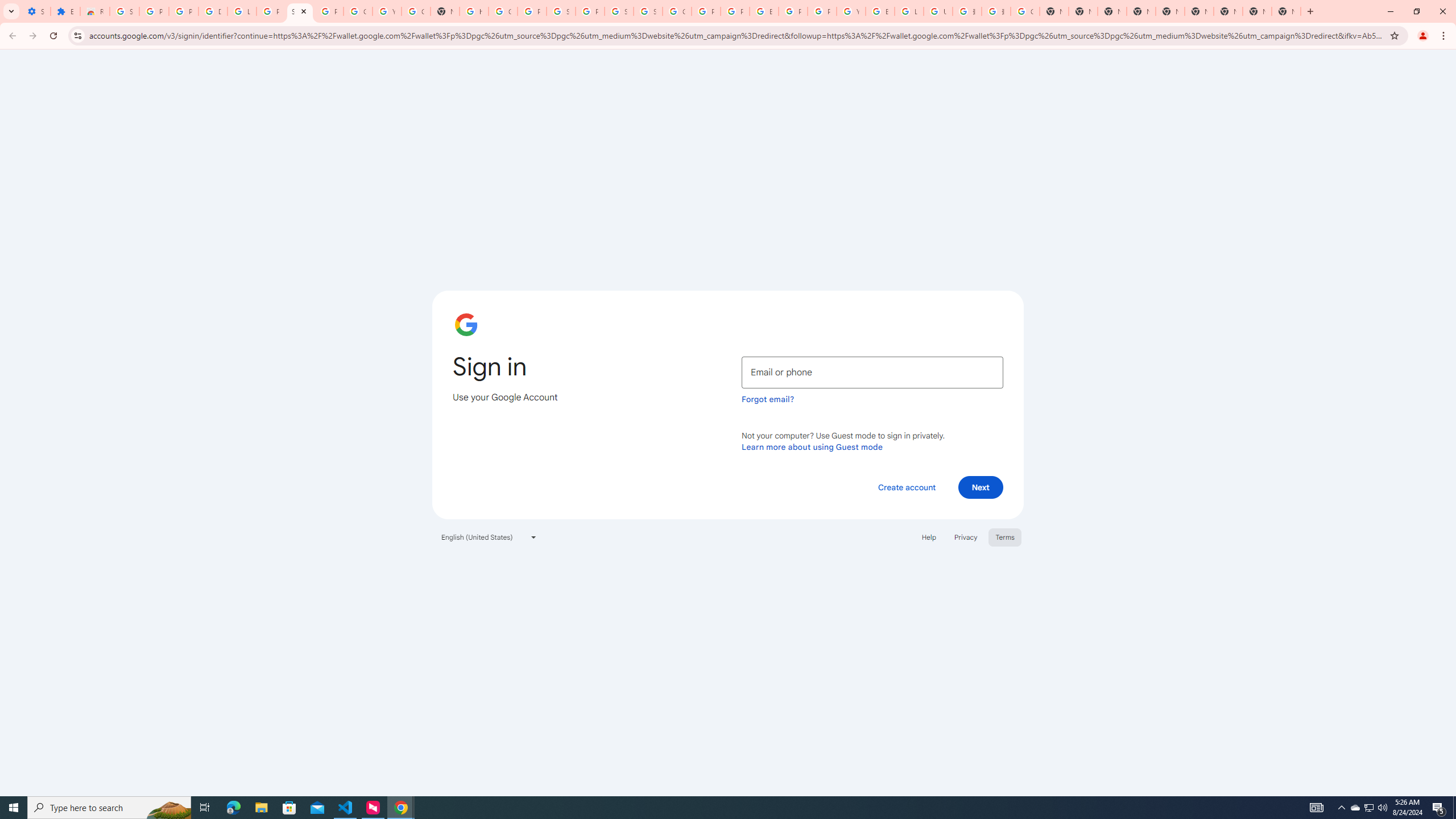  I want to click on 'Terms', so click(1004, 536).